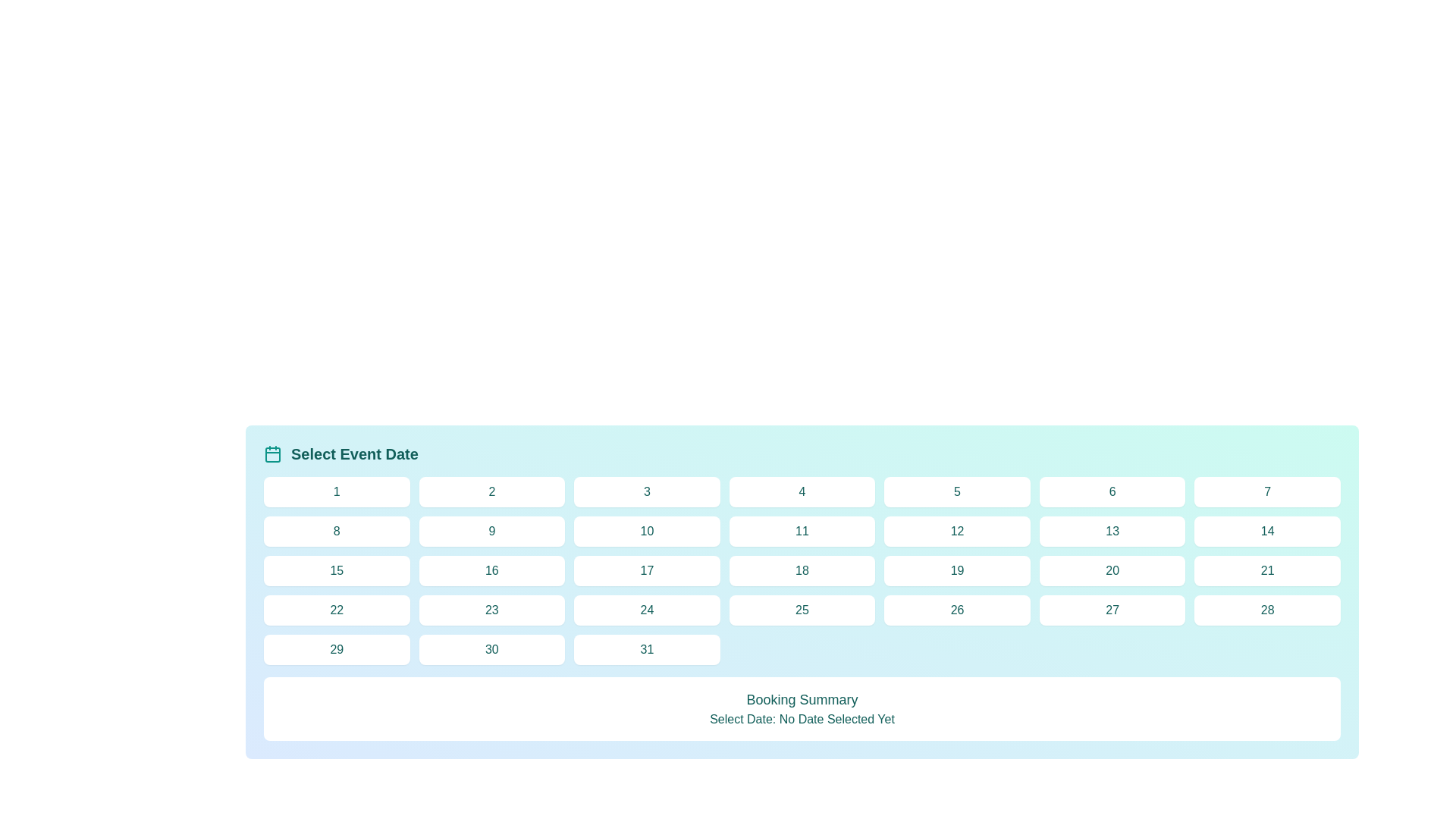 Image resolution: width=1456 pixels, height=819 pixels. Describe the element at coordinates (647, 570) in the screenshot. I see `the date selection button for the 17th day of the month, located in the third row and fourth column of the calendar interface` at that location.